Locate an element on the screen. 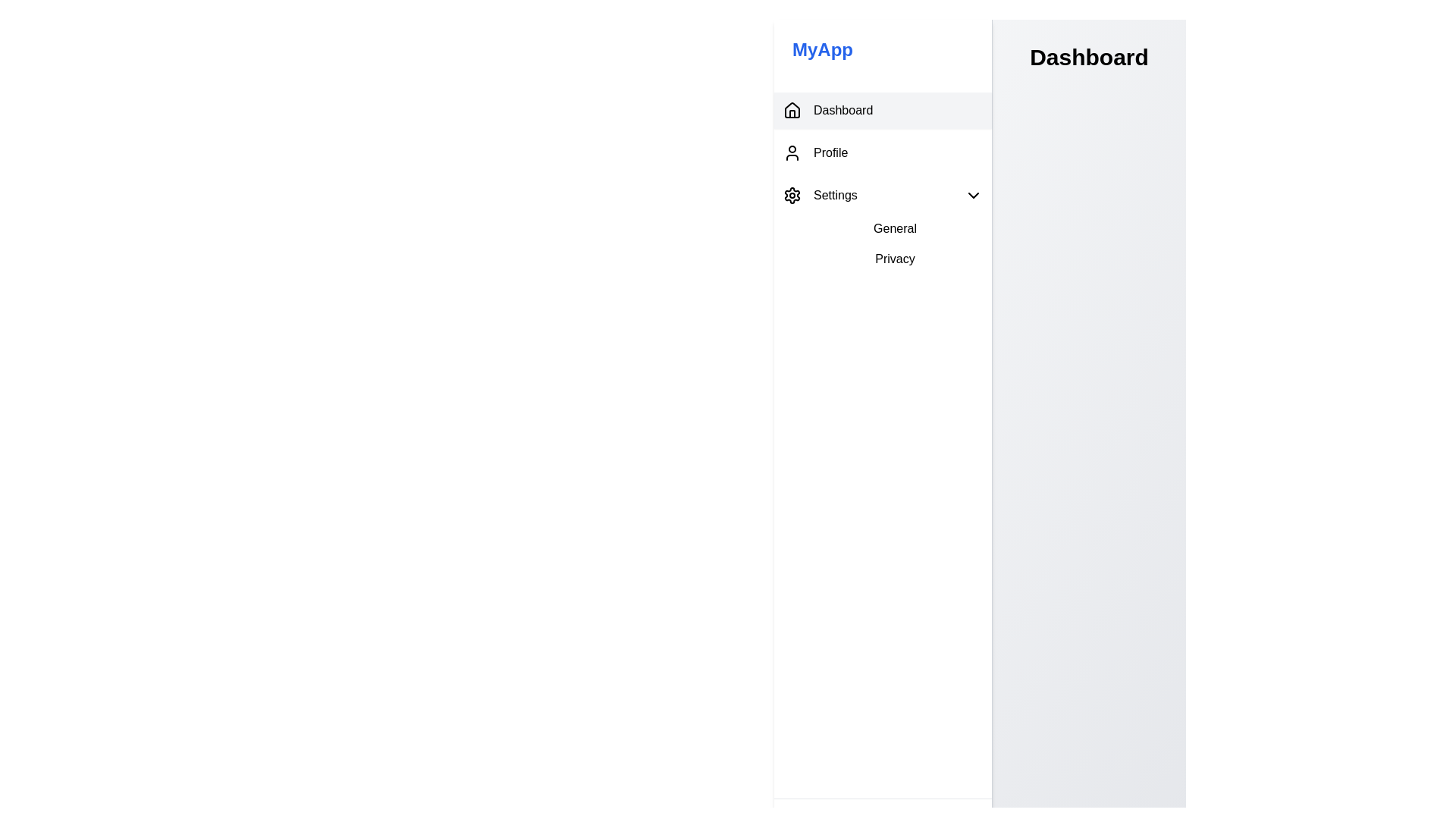 The image size is (1456, 819). the home icon located at the top-left part of the interface, which is associated with the 'Dashboard' label is located at coordinates (792, 110).